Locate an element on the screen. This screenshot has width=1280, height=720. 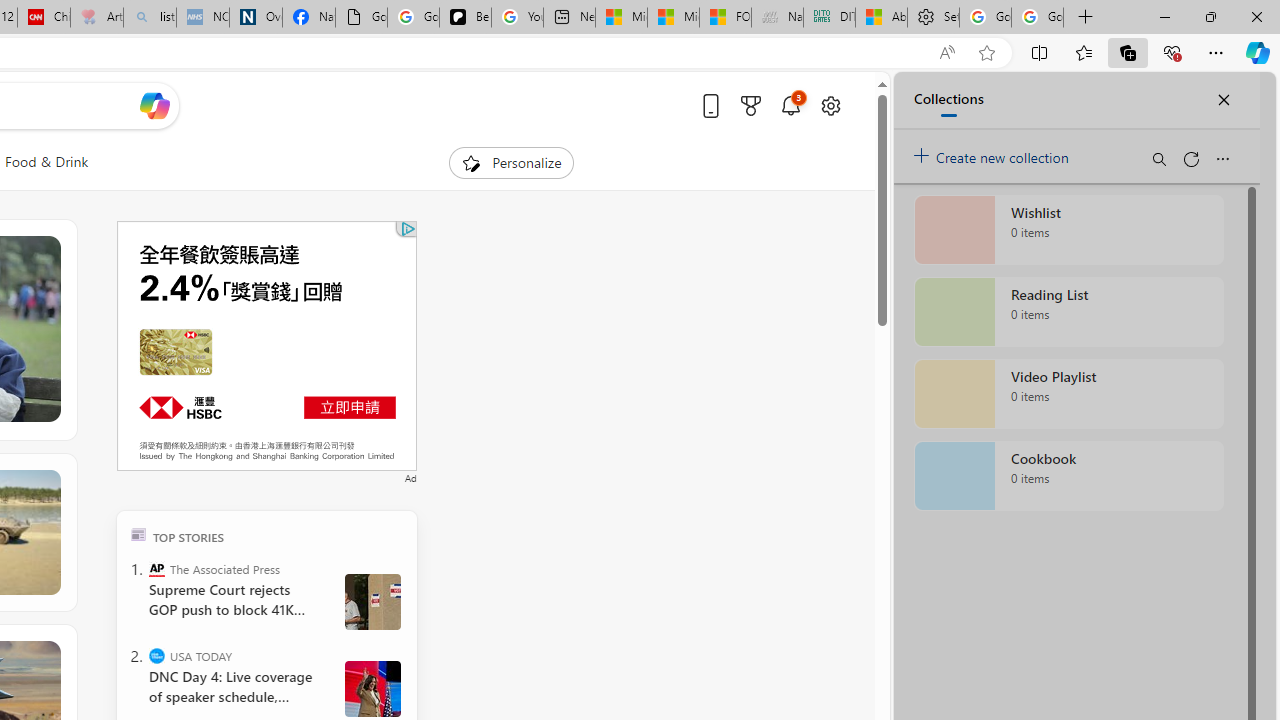
'Aberdeen, Hong Kong SAR hourly forecast | Microsoft Weather' is located at coordinates (880, 17).